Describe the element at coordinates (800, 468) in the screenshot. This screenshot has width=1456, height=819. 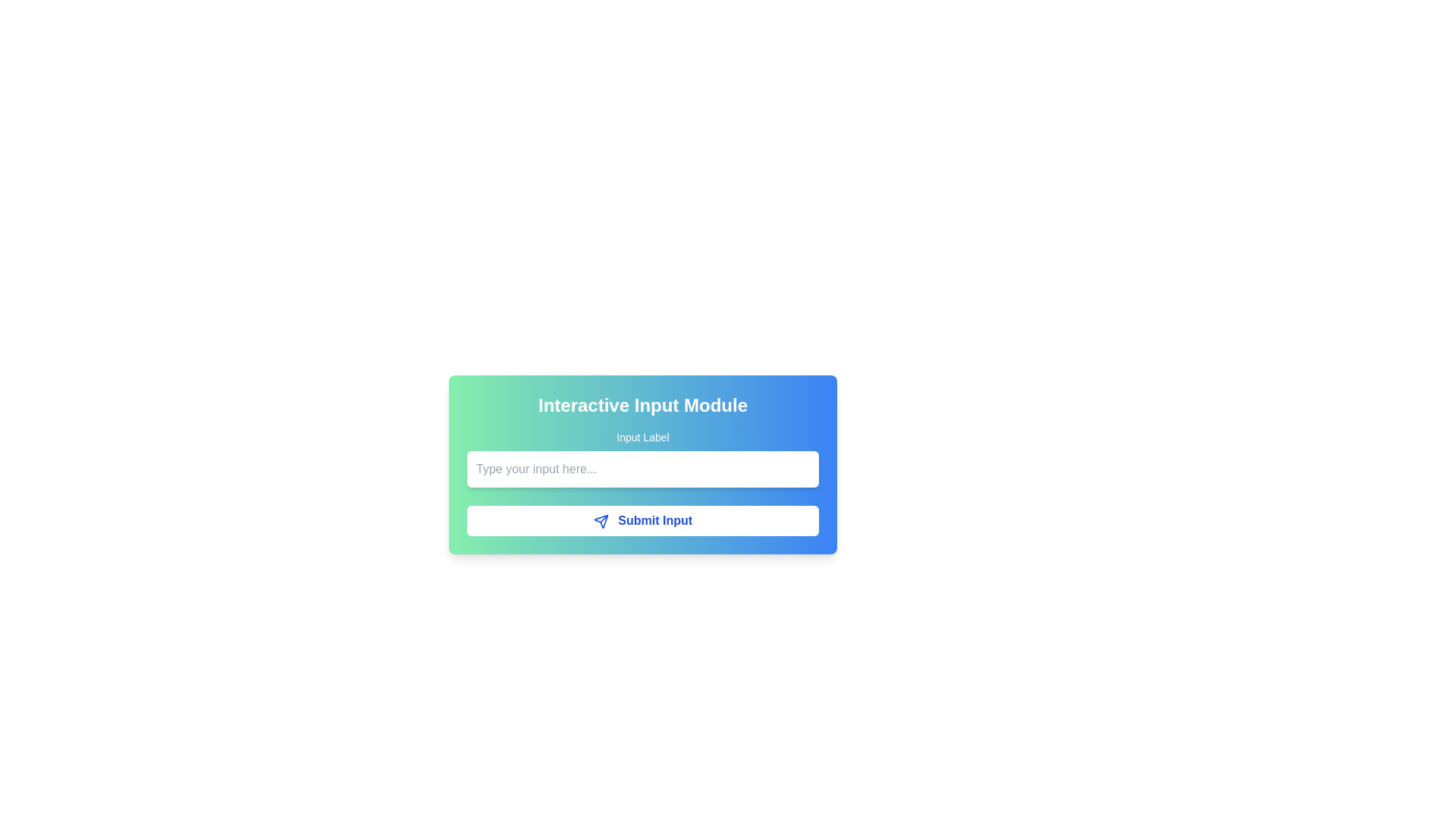
I see `the close button, which is a white outlined circle with an 'i' symbol in the center, located at the top-right corner of the input field labeled 'Type your input here...'` at that location.